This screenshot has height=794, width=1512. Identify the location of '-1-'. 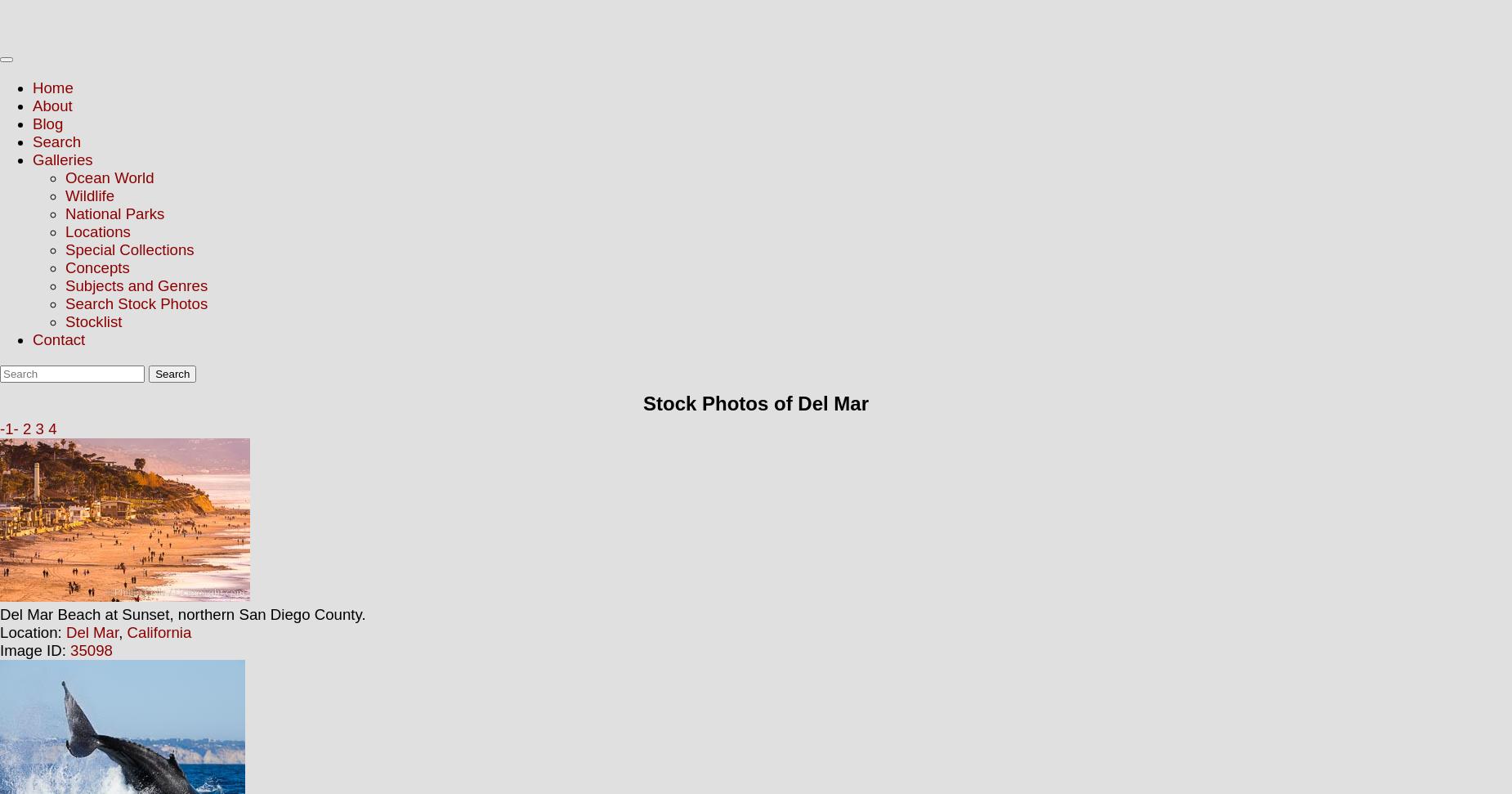
(7, 428).